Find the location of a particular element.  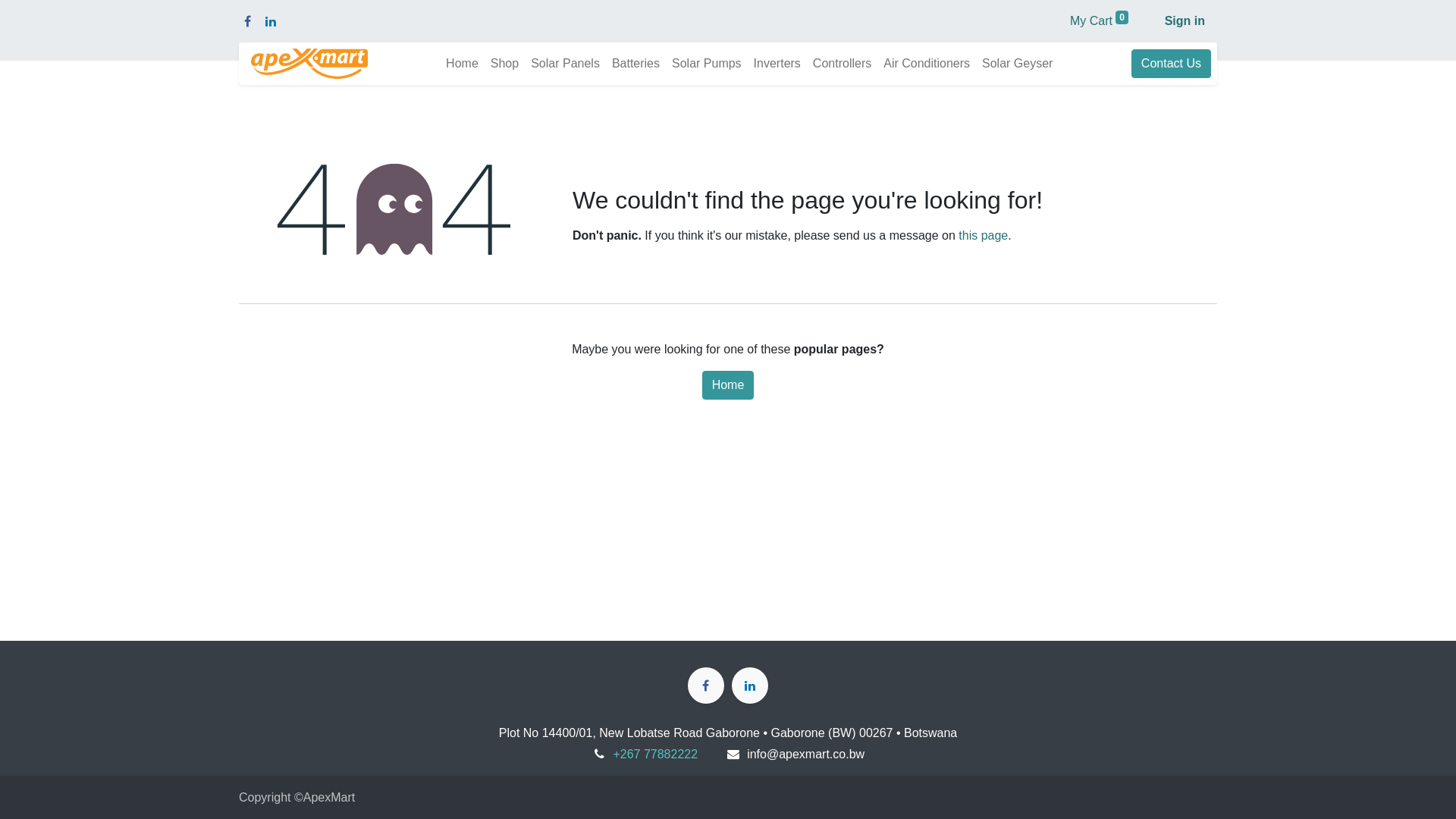

'Air Conditioners' is located at coordinates (926, 63).